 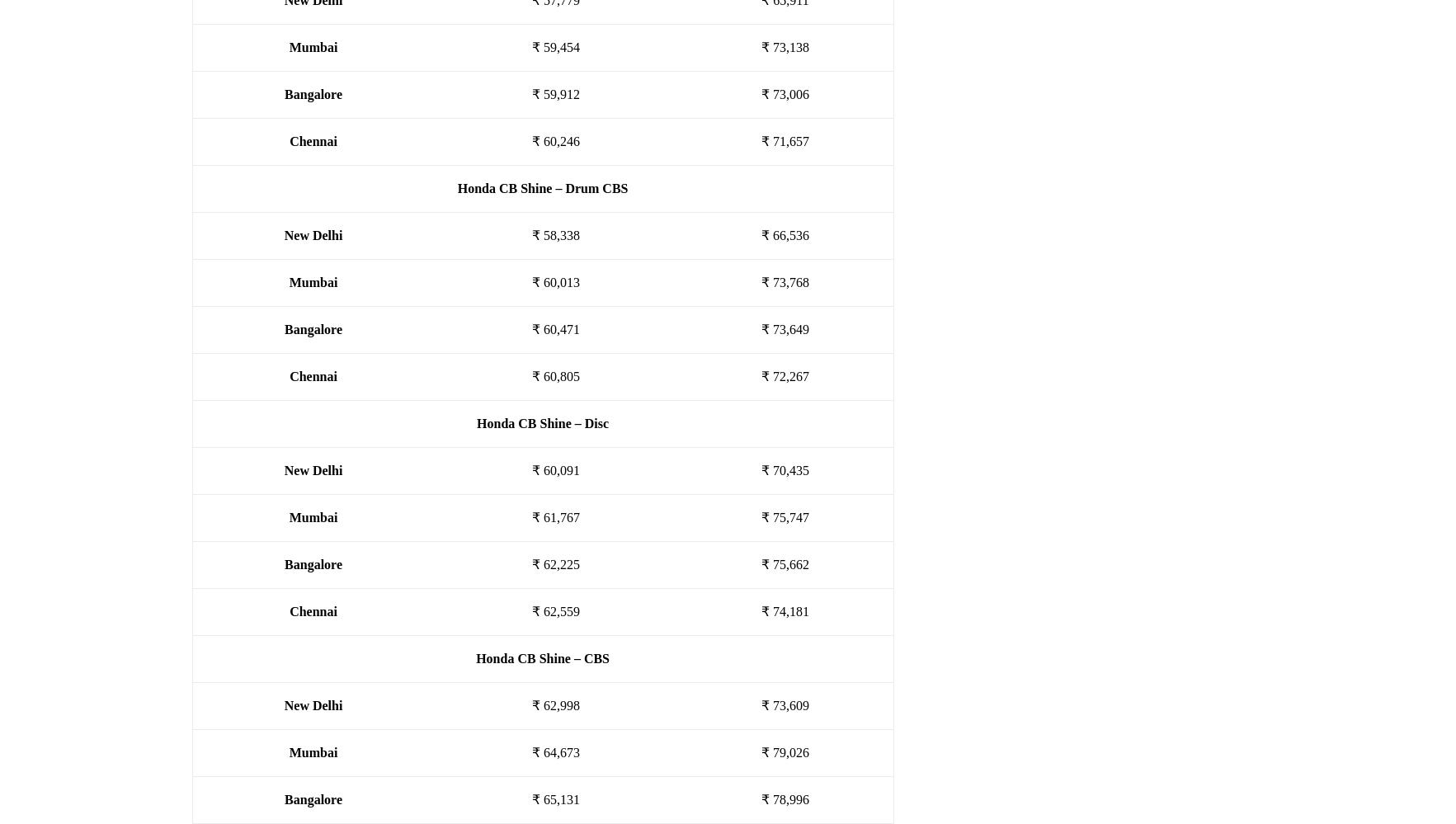 I want to click on '₹ 64,673', so click(x=554, y=752).